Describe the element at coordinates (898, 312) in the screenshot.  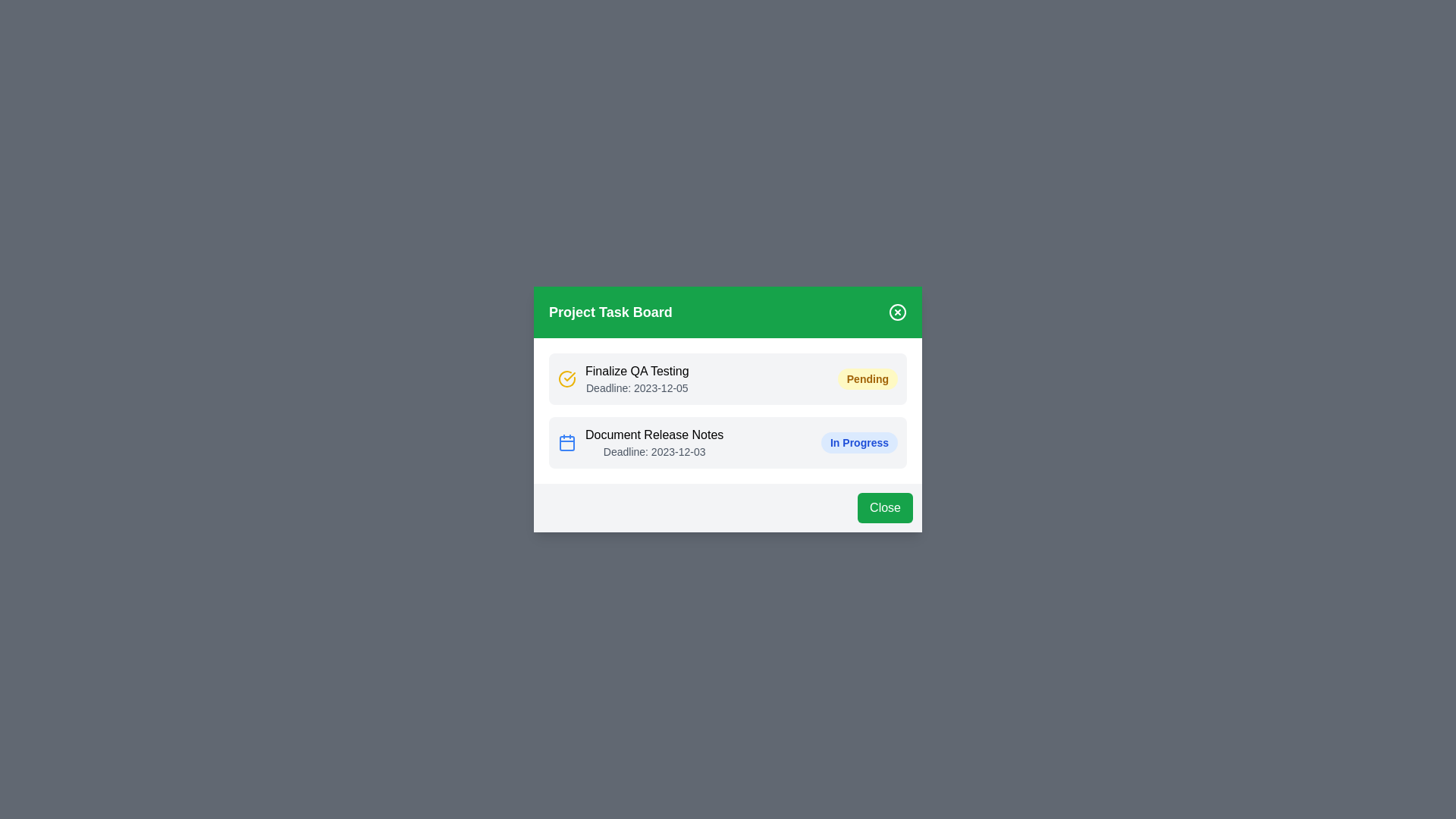
I see `the close button in the header to close the dialog` at that location.